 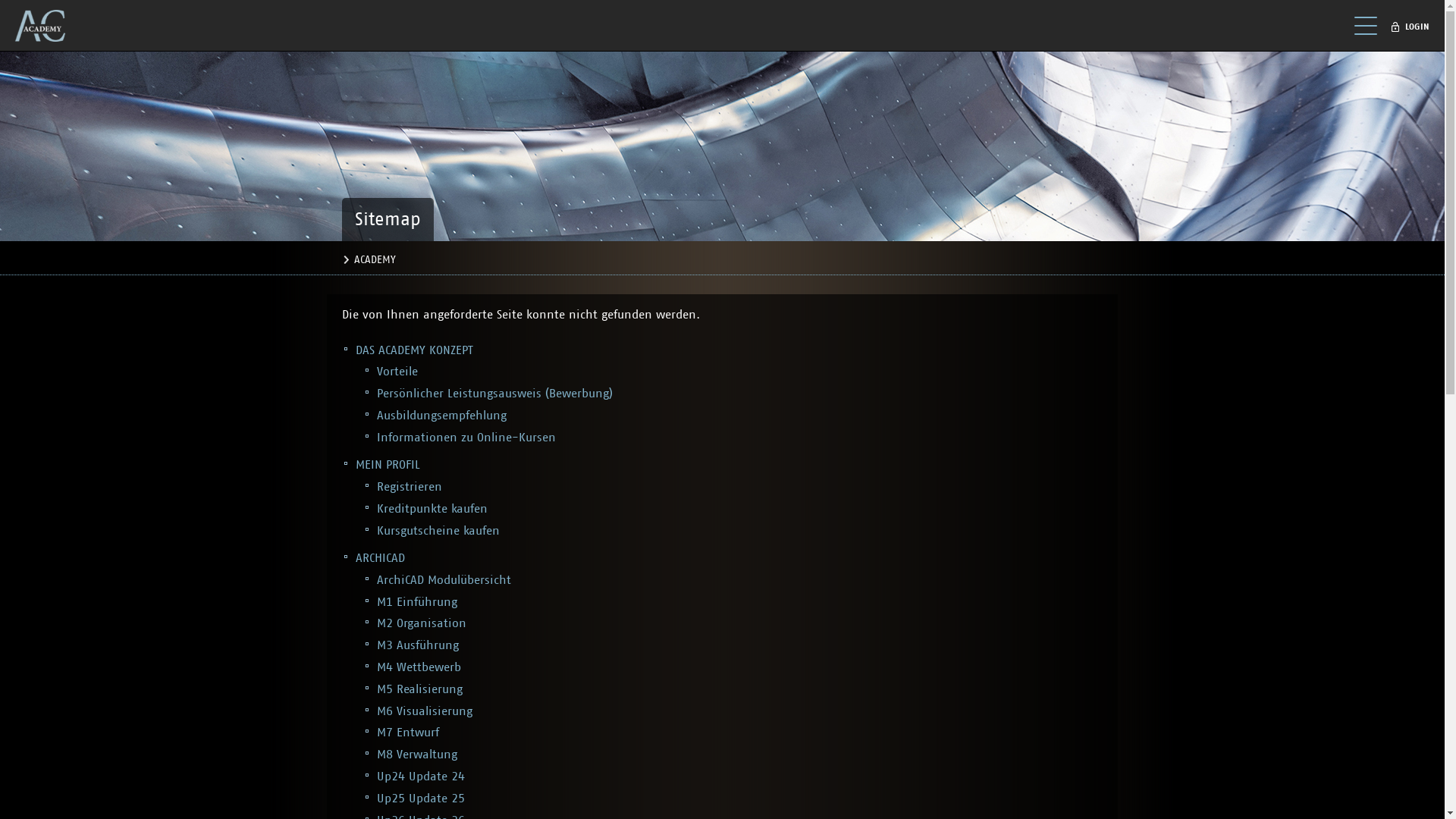 What do you see at coordinates (437, 529) in the screenshot?
I see `'Kursgutscheine kaufen'` at bounding box center [437, 529].